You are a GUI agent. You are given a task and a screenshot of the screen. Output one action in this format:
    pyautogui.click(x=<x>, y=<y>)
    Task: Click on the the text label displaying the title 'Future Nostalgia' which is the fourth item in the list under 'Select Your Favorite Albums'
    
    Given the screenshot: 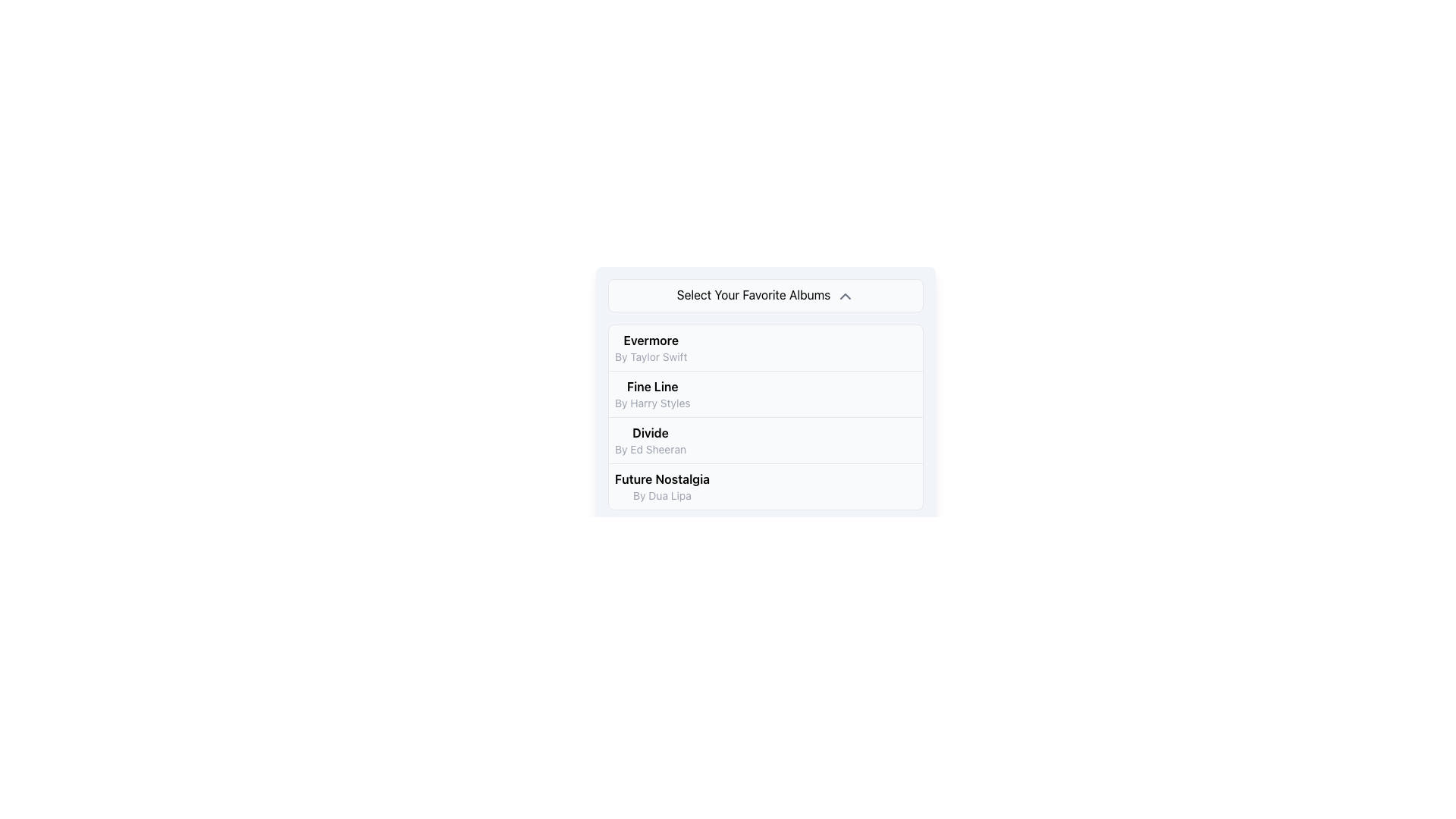 What is the action you would take?
    pyautogui.click(x=662, y=479)
    